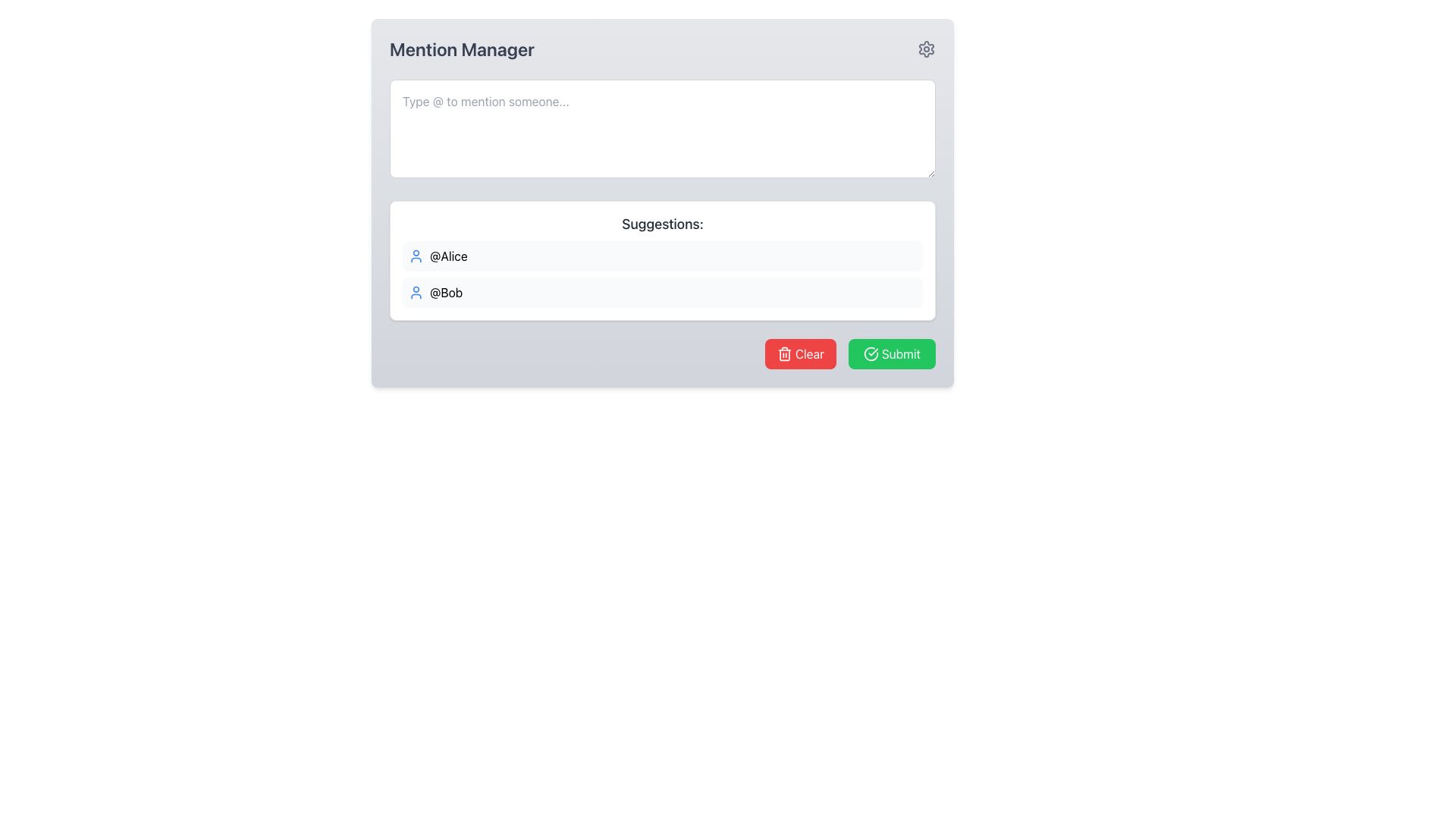  What do you see at coordinates (871, 353) in the screenshot?
I see `the circular confirmation icon with a green check mark, located at the leftmost part of the green 'Submit' button` at bounding box center [871, 353].